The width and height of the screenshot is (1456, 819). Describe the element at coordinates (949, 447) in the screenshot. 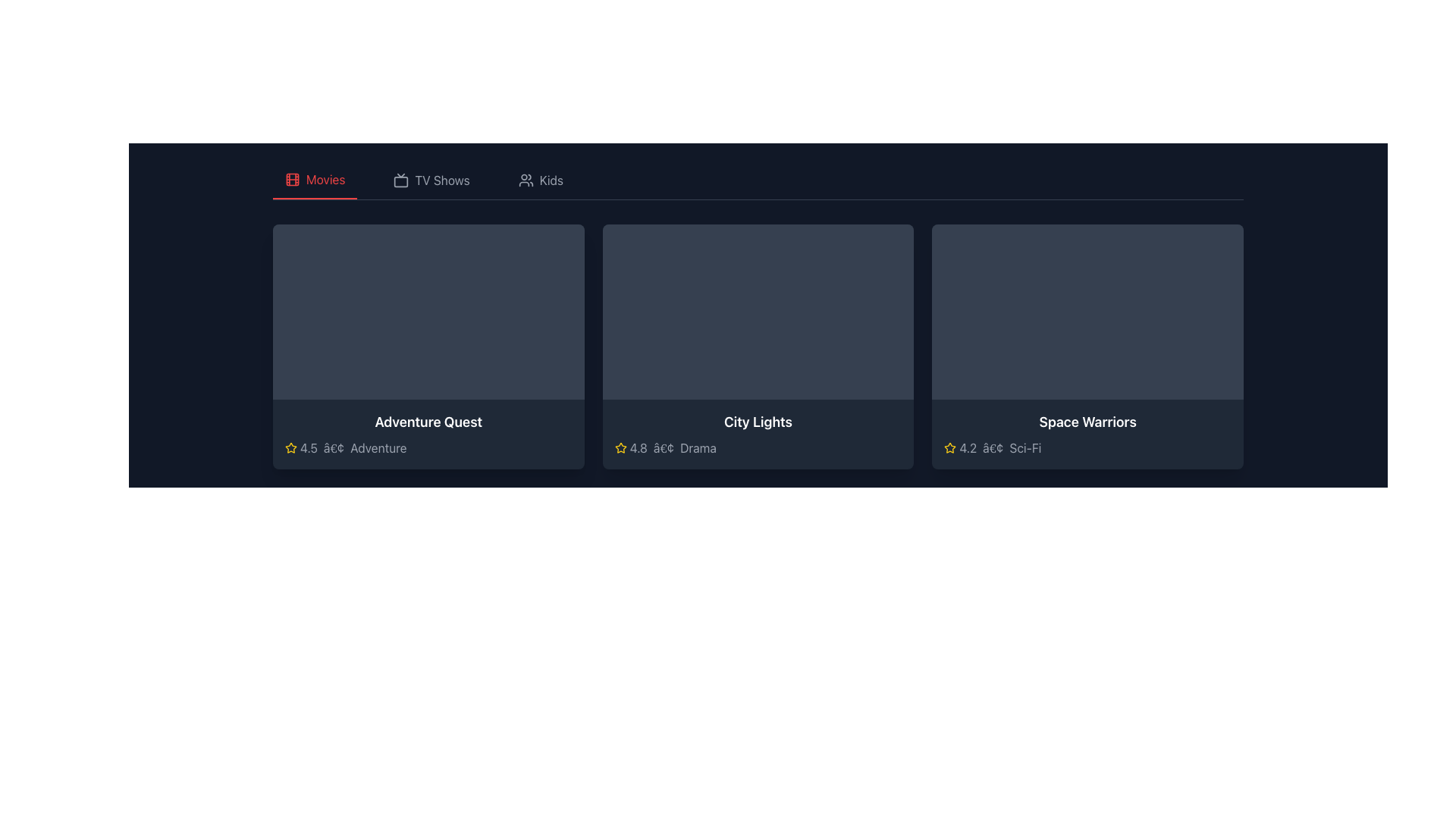

I see `the yellow star icon located to the far left of the rating section below the movie title 'Space Warriors'` at that location.